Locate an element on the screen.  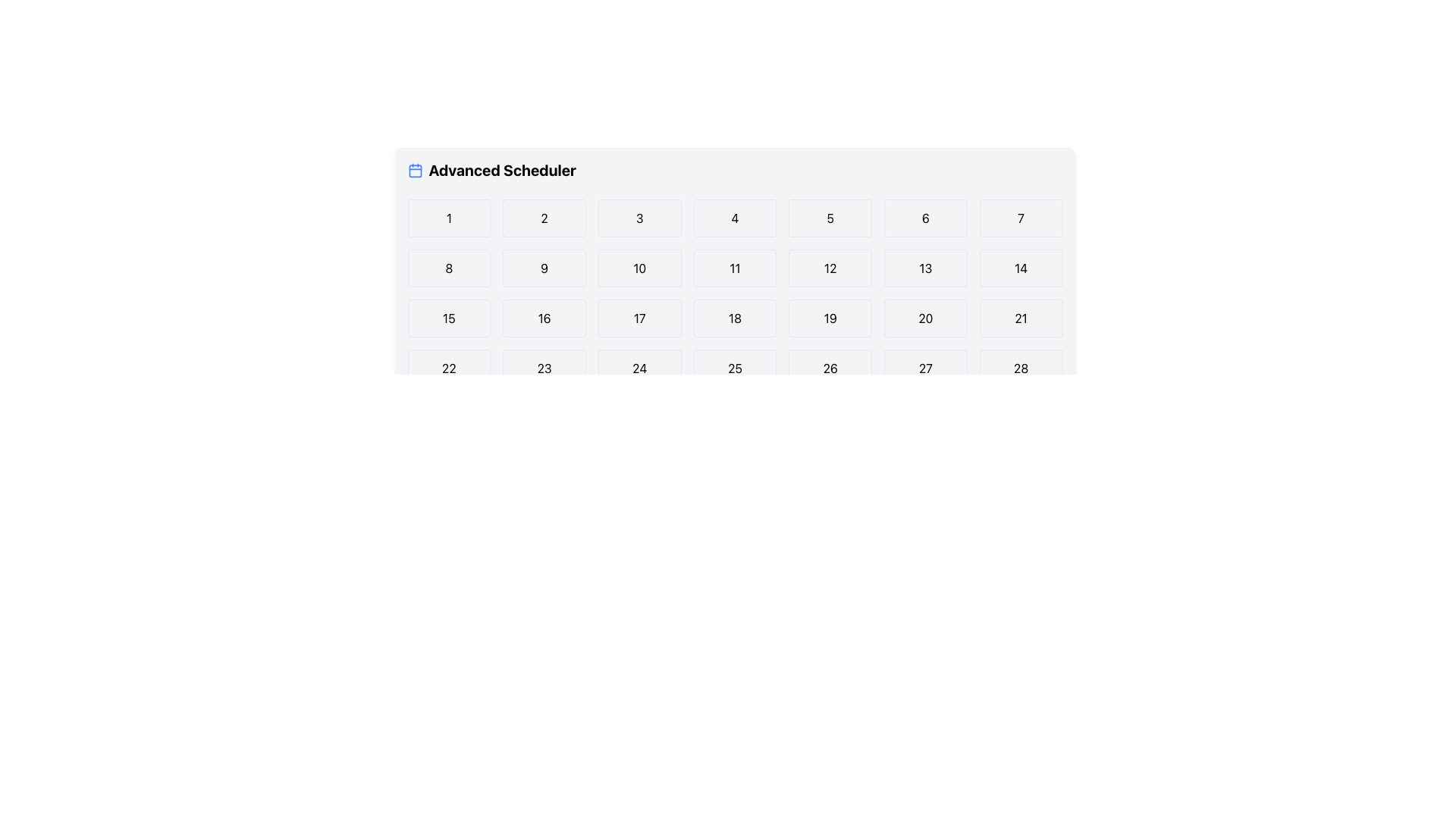
the small rectangular shape with rounded corners located within the calendar icon is located at coordinates (415, 171).